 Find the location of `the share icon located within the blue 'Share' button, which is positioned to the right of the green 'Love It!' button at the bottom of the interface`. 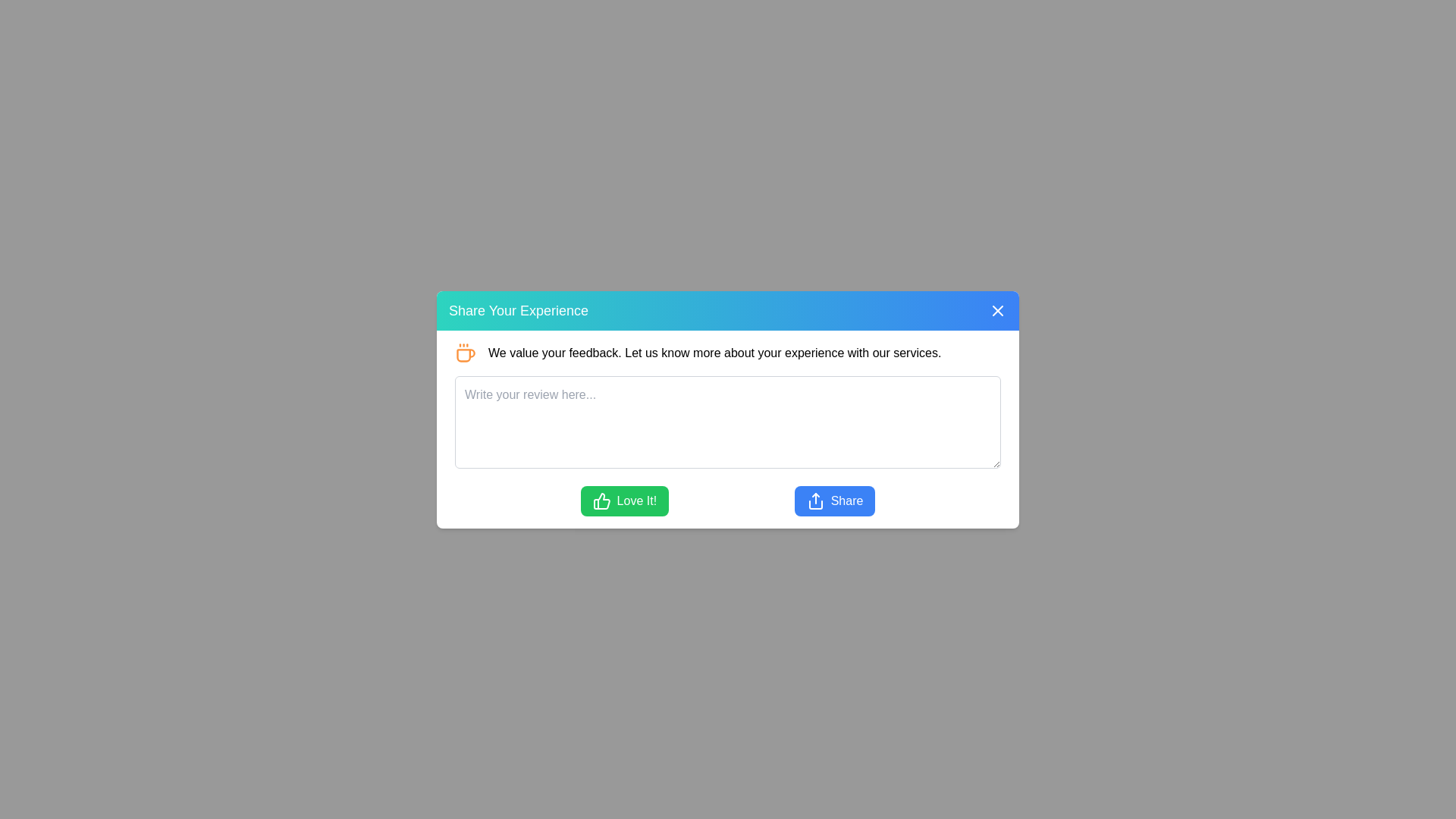

the share icon located within the blue 'Share' button, which is positioned to the right of the green 'Love It!' button at the bottom of the interface is located at coordinates (814, 500).